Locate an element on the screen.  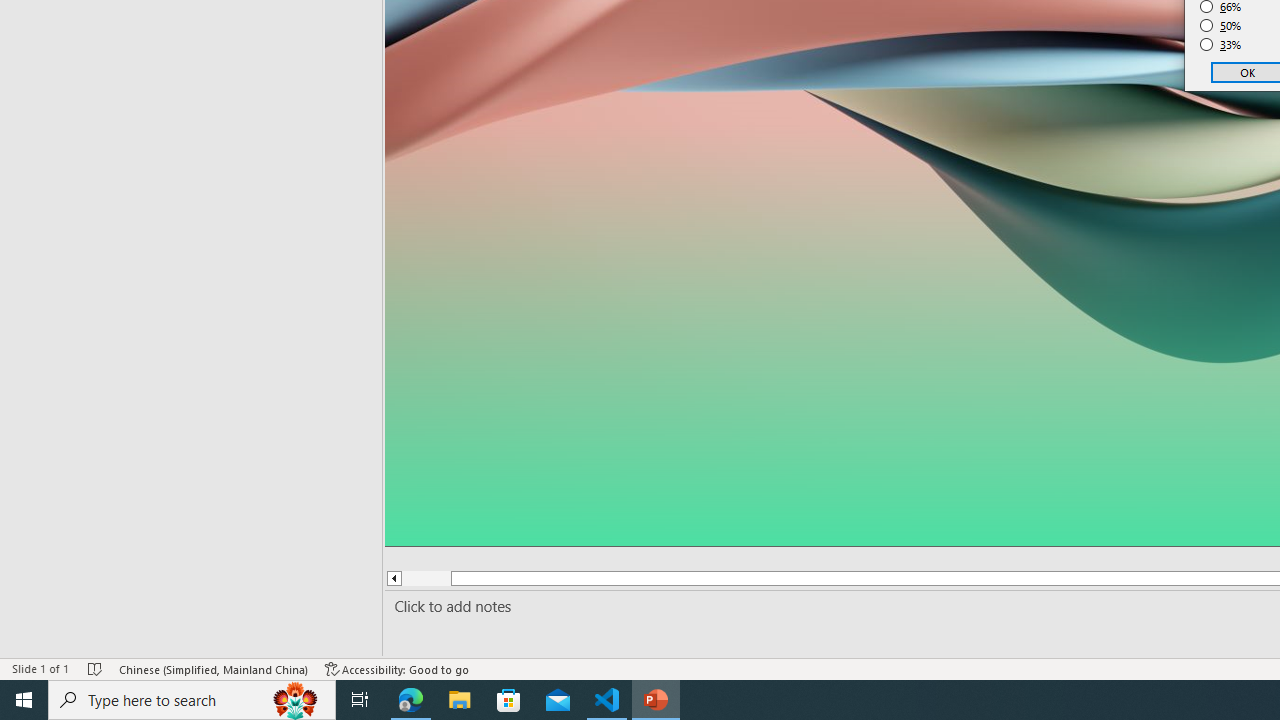
'Accessibility Checker Accessibility: Good to go' is located at coordinates (397, 669).